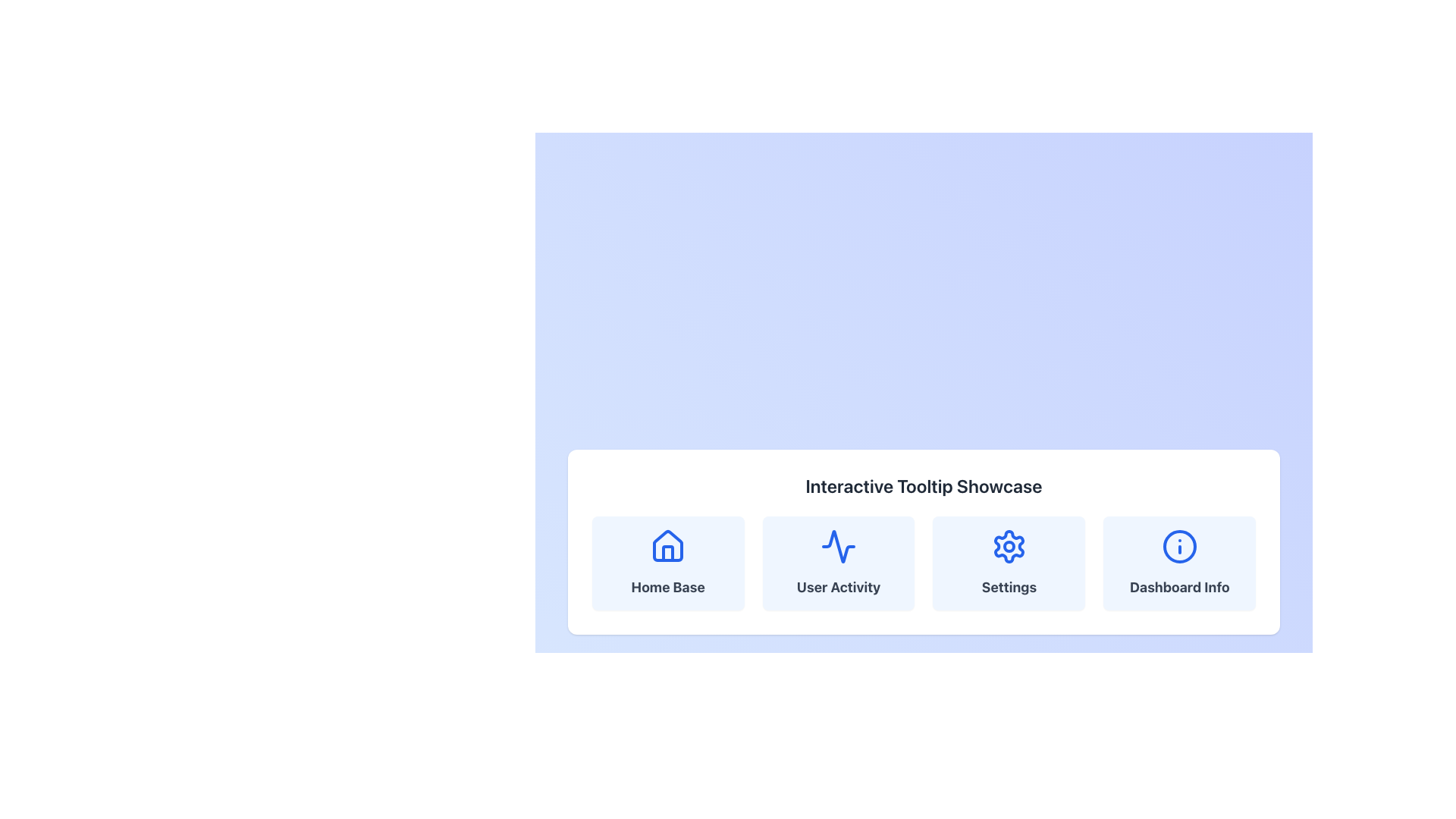  Describe the element at coordinates (838, 587) in the screenshot. I see `text label that reads 'User Activity' in bold, dark gray font within a light blue background card, positioned below an activity icon` at that location.